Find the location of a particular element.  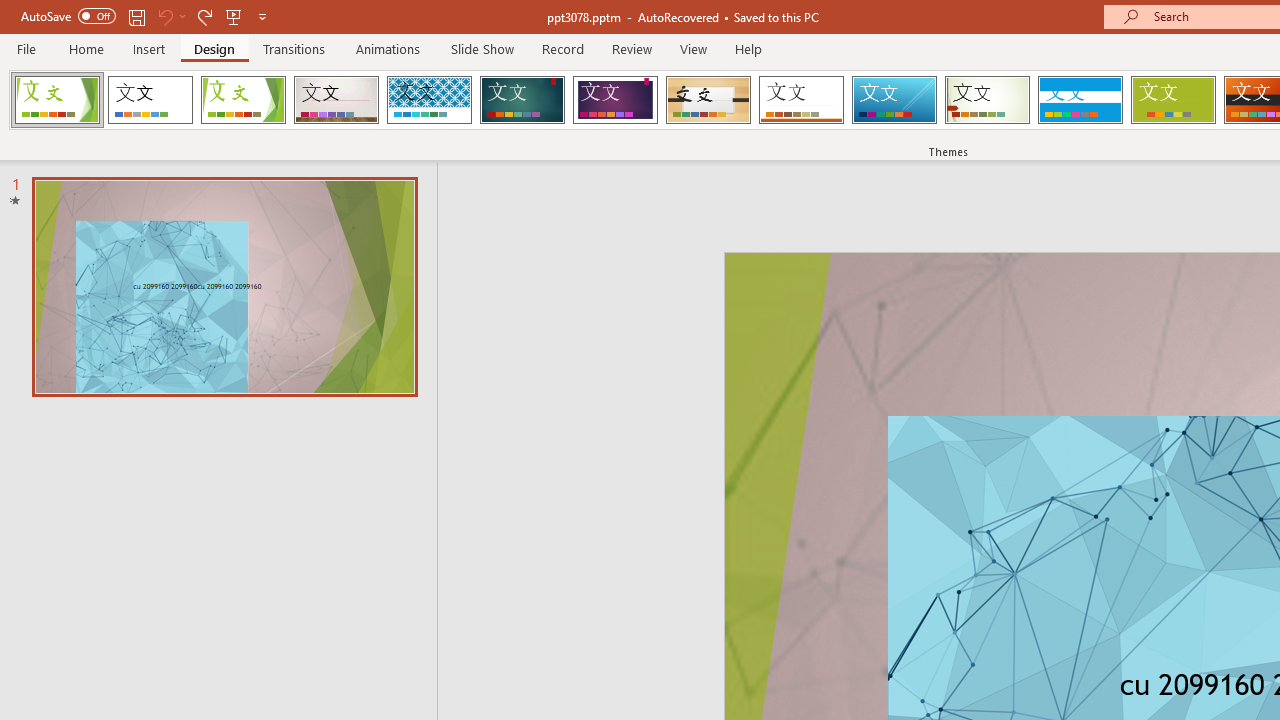

'Ion Loading Preview...' is located at coordinates (522, 100).